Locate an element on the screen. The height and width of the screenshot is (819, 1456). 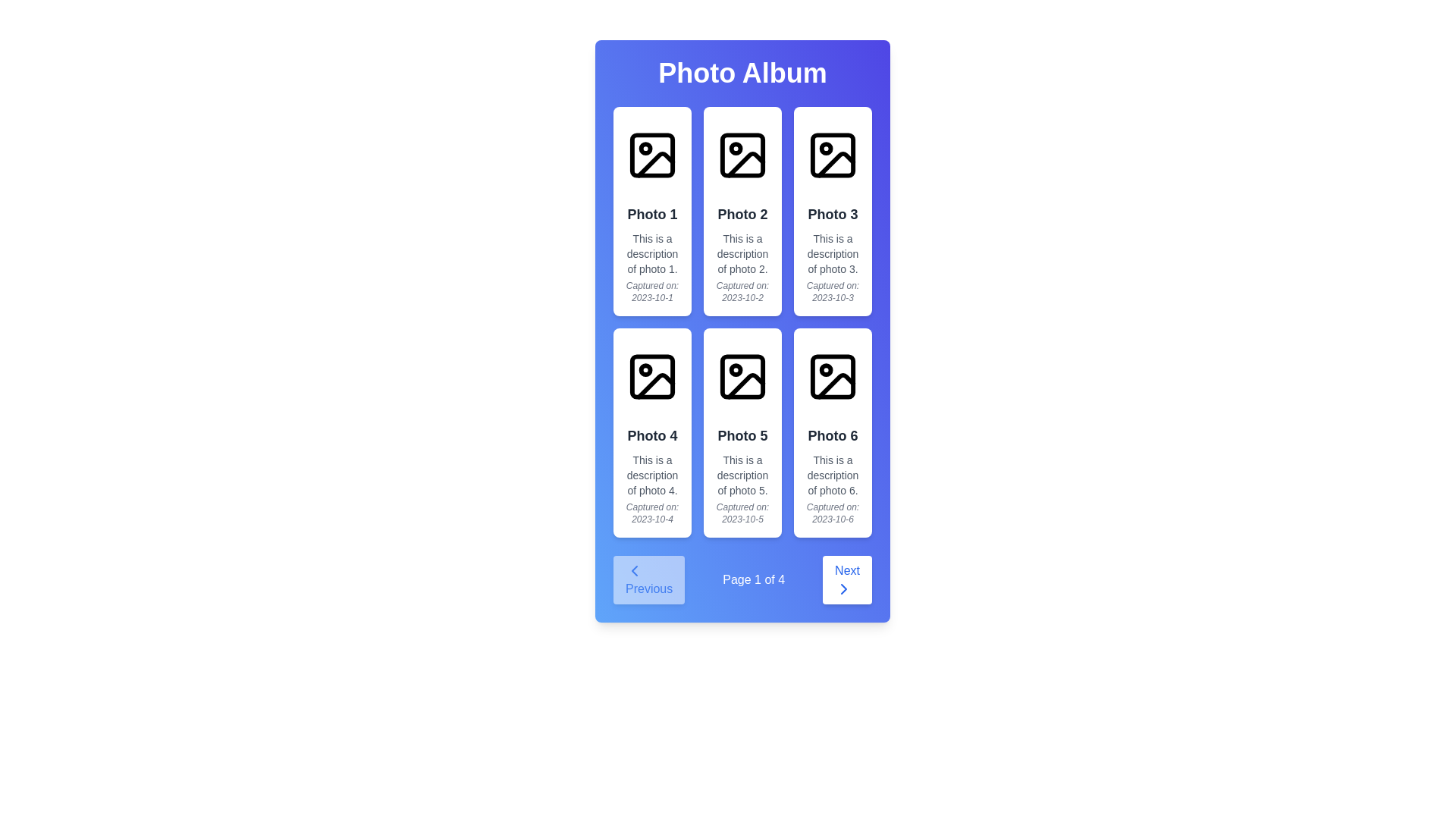
the first card element in the grid layout, which has a white background, rounded edges, and displays the title 'Photo 1' is located at coordinates (652, 211).